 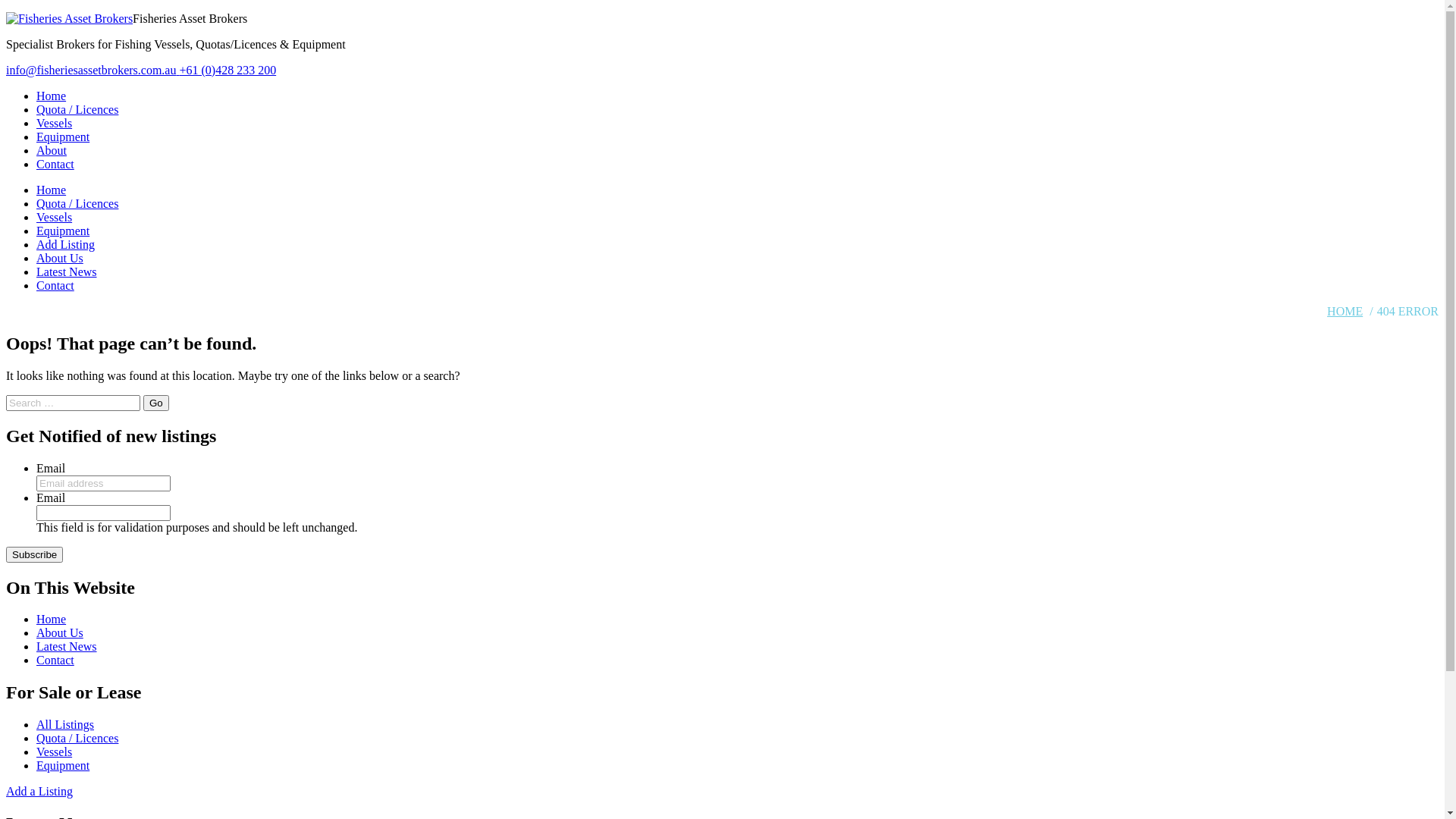 I want to click on 'About Us', so click(x=59, y=632).